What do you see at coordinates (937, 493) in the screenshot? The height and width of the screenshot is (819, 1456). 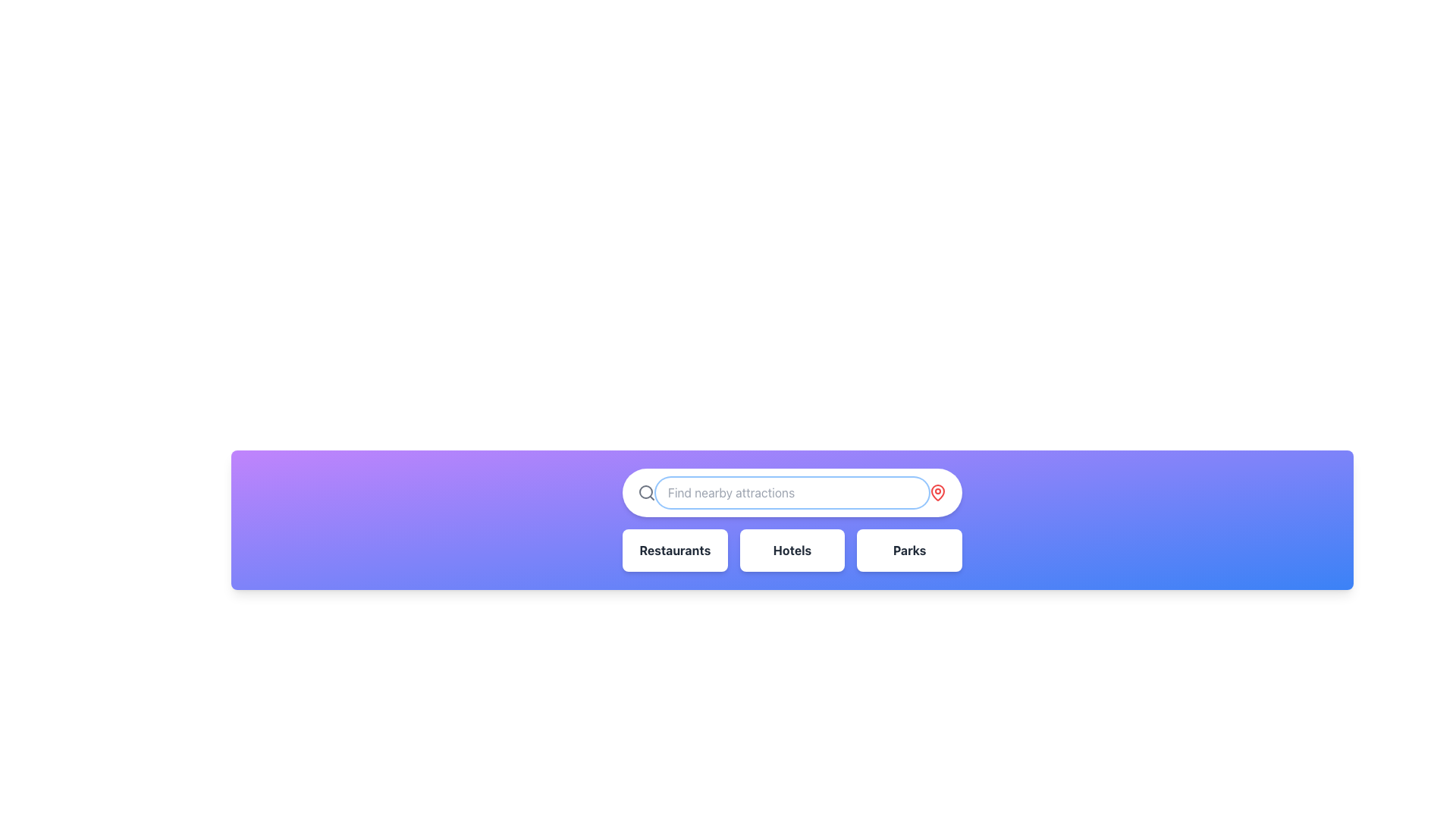 I see `the red map pin icon located at the far-right end of the search bar` at bounding box center [937, 493].